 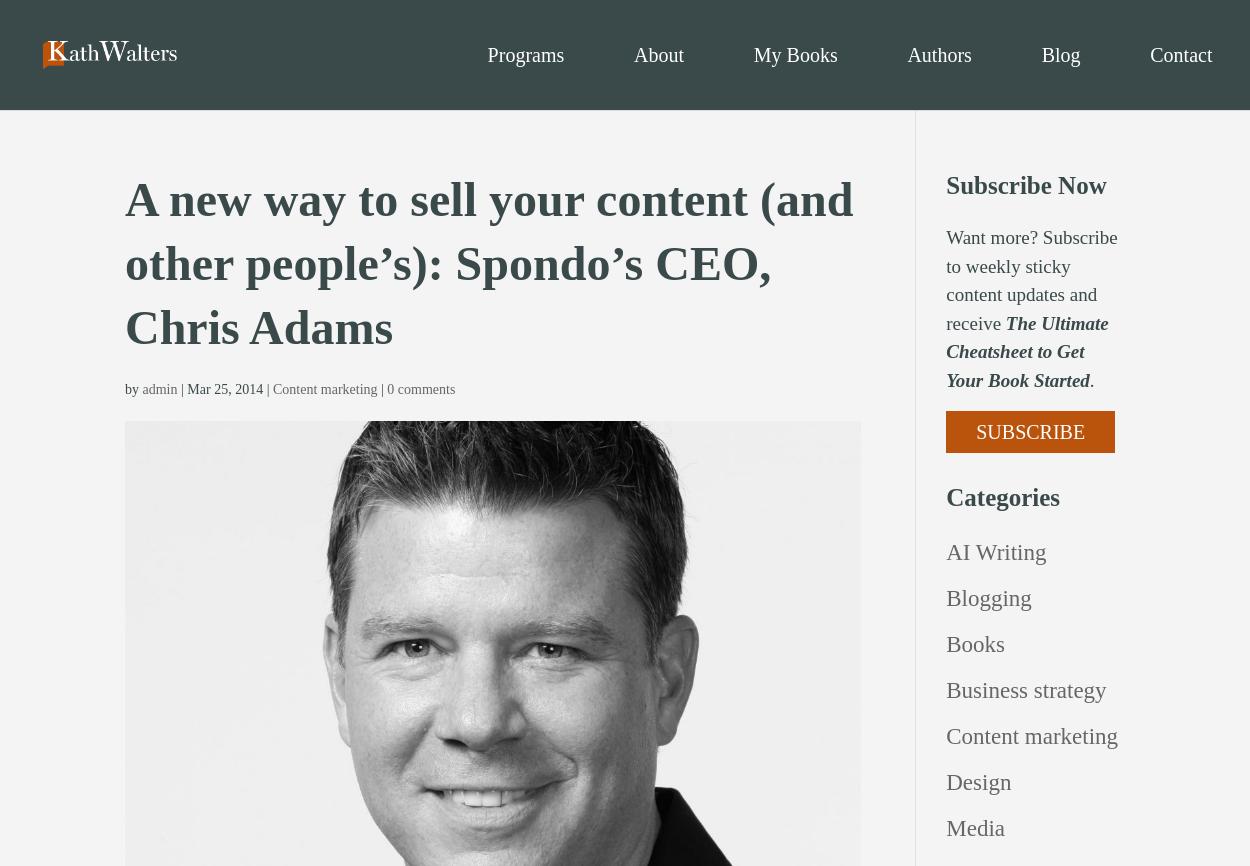 What do you see at coordinates (224, 388) in the screenshot?
I see `'Mar 25, 2014'` at bounding box center [224, 388].